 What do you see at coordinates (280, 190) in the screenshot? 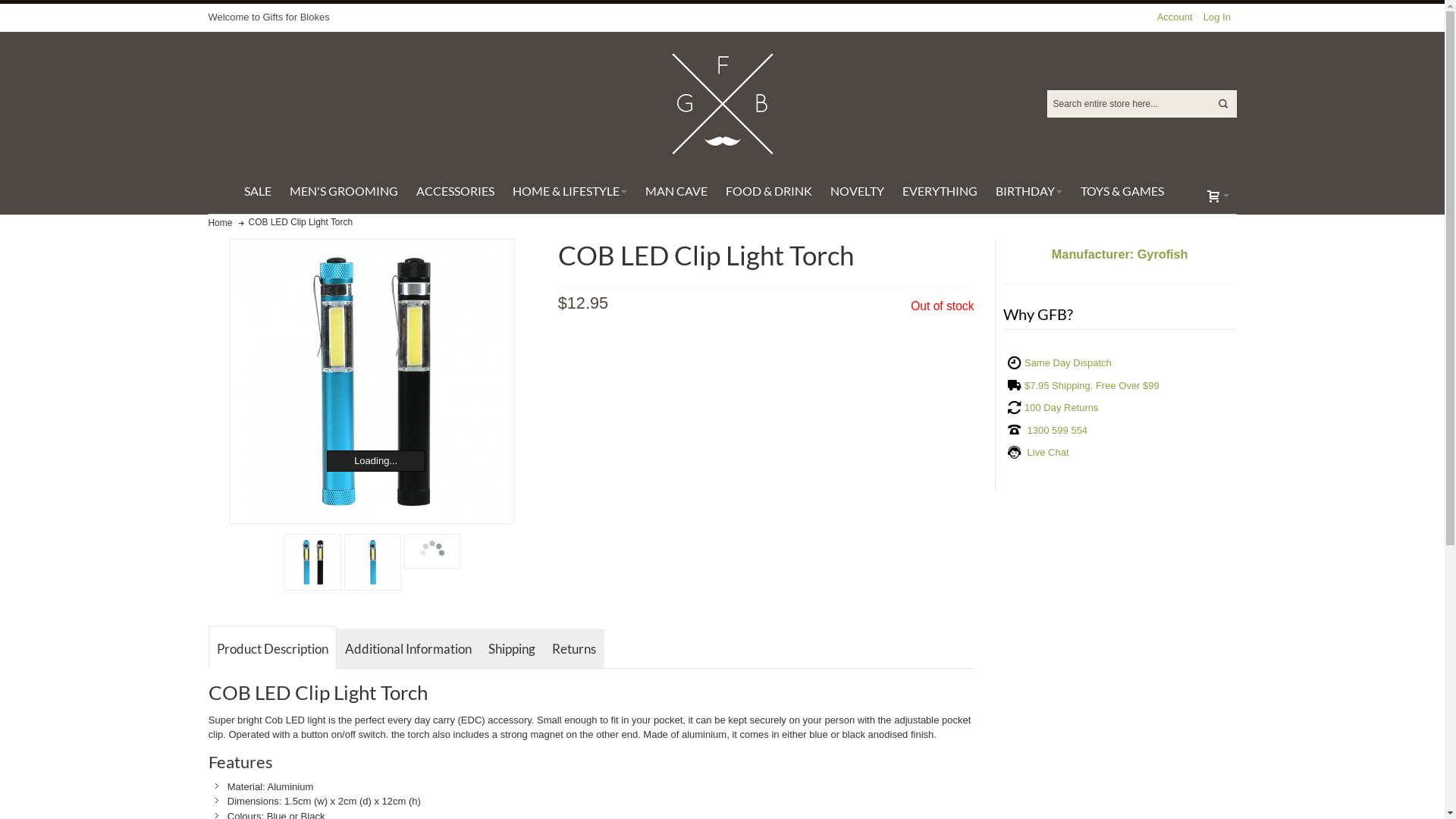
I see `'MEN'S GROOMING'` at bounding box center [280, 190].